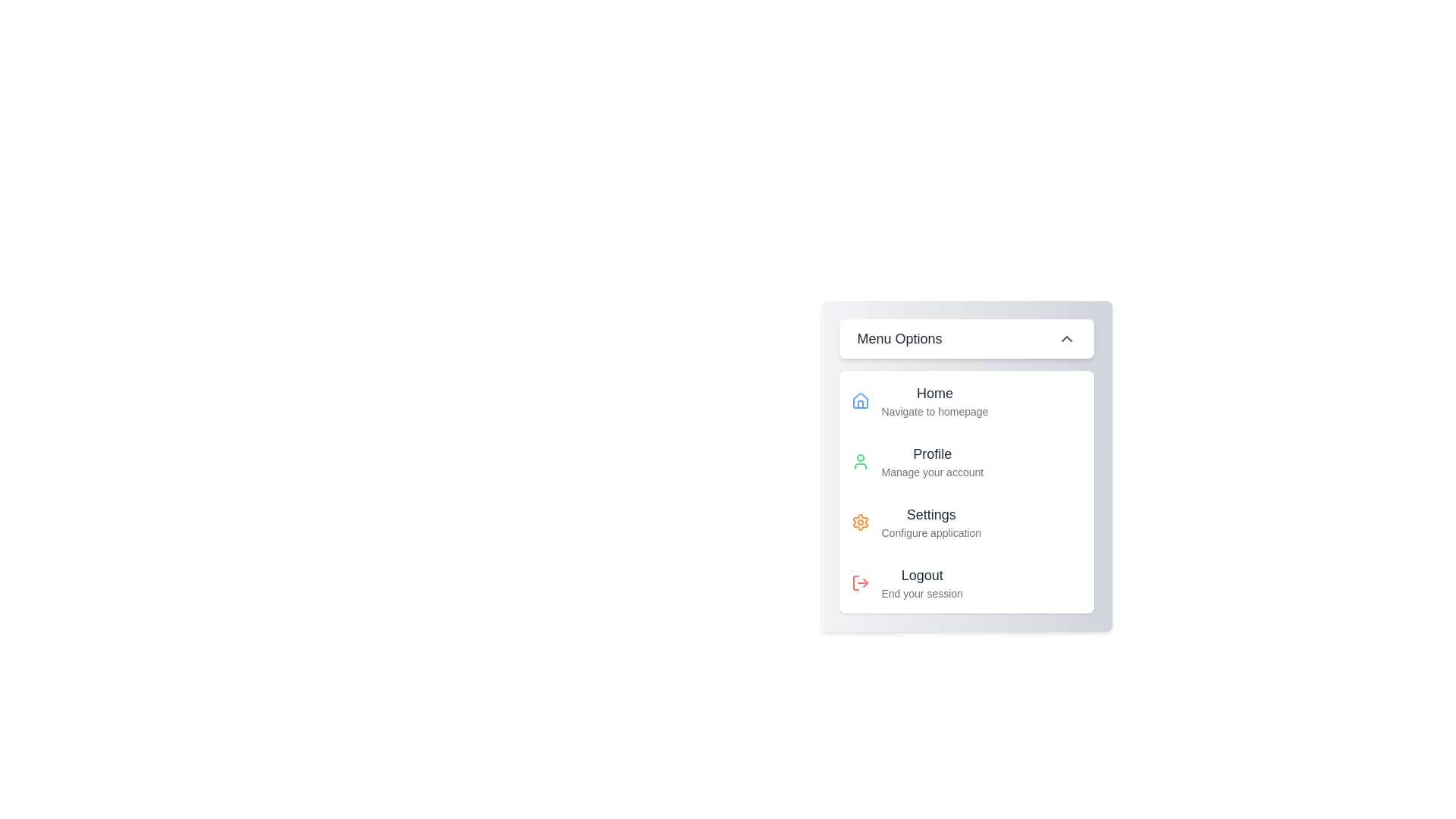 The width and height of the screenshot is (1456, 819). Describe the element at coordinates (860, 582) in the screenshot. I see `the red SVG logout icon, which is the leftmost component of the Logout button in the menu options` at that location.